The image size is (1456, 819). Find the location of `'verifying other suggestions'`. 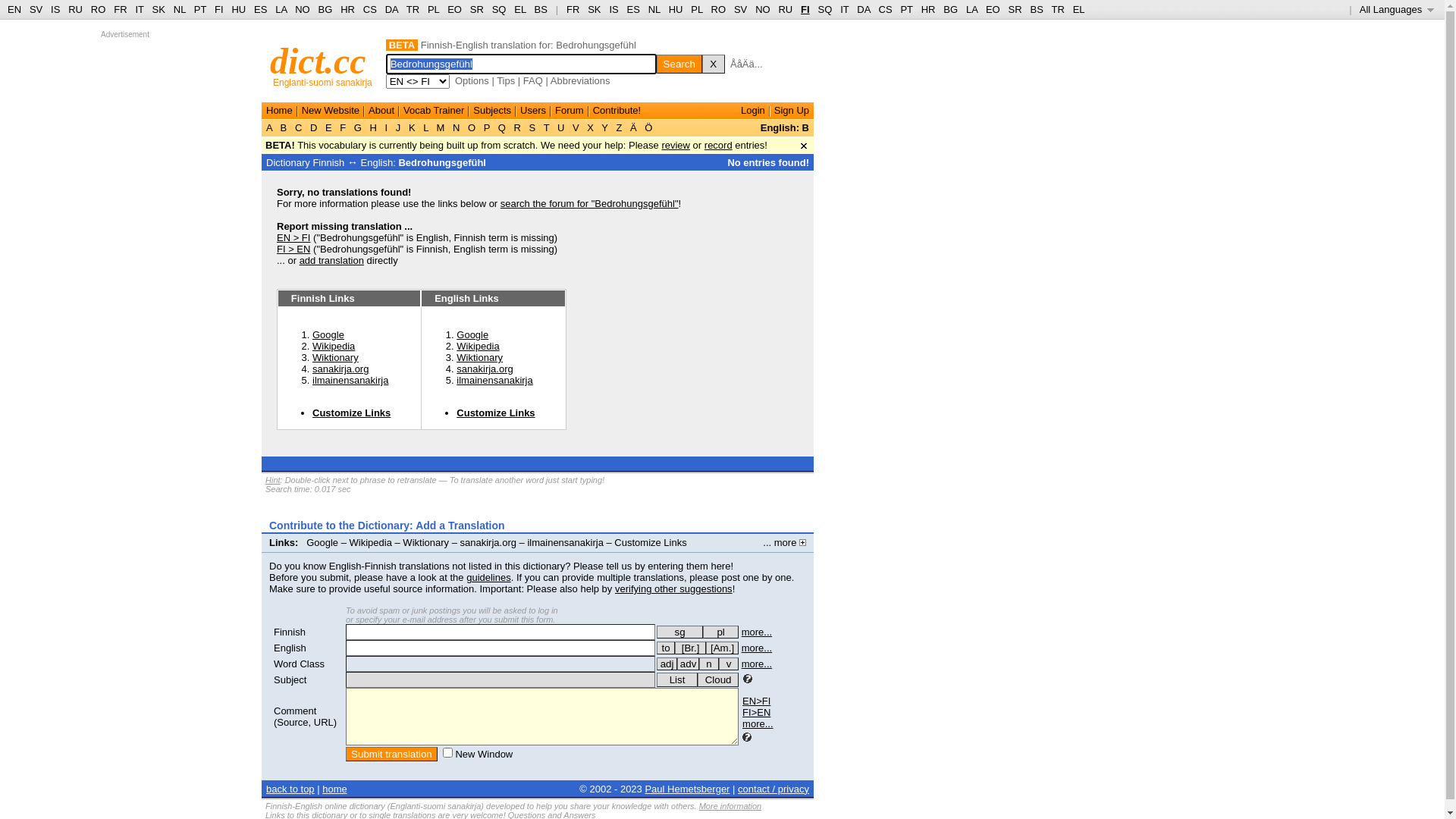

'verifying other suggestions' is located at coordinates (673, 588).